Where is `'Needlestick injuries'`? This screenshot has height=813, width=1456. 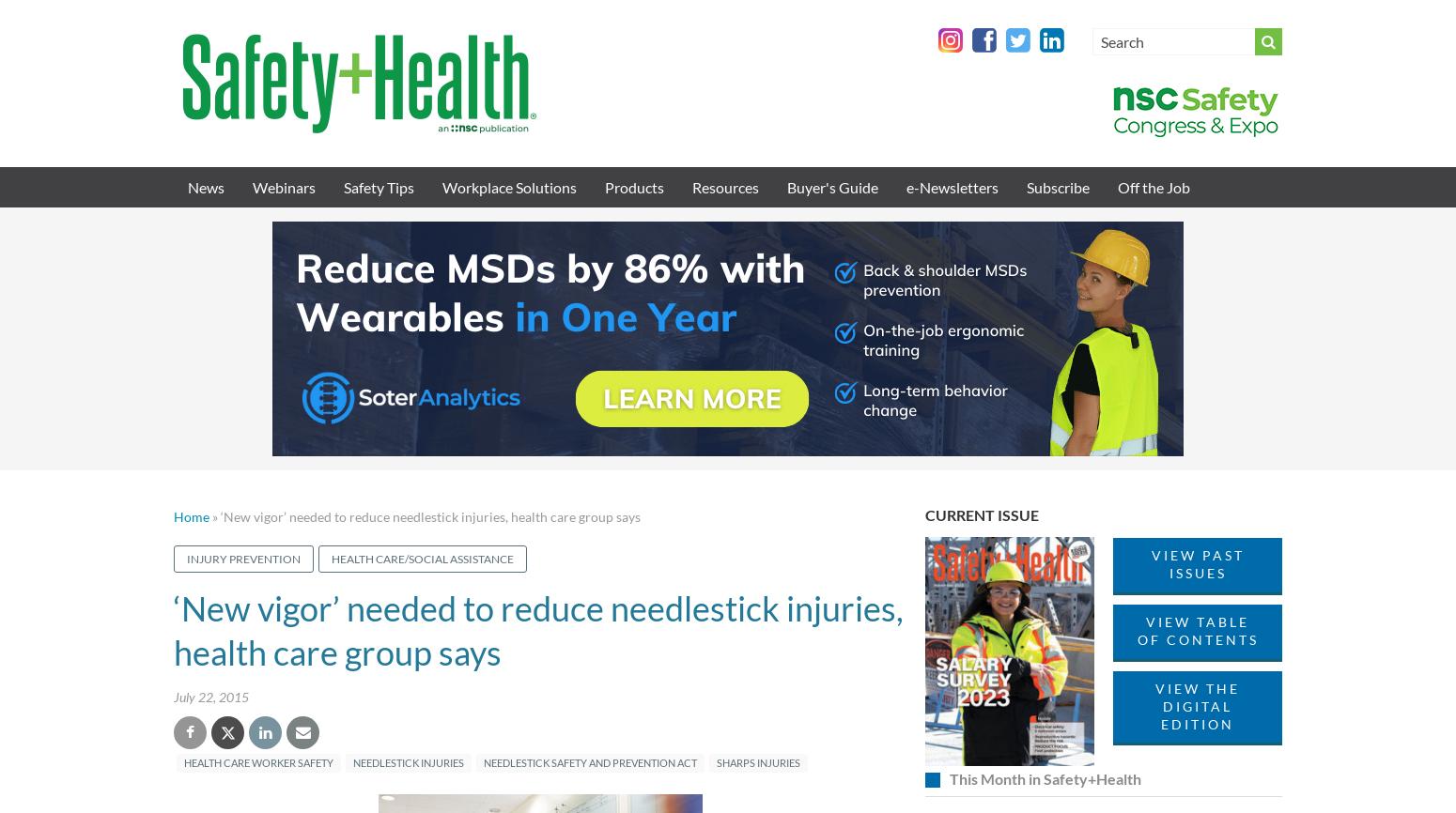
'Needlestick injuries' is located at coordinates (408, 761).